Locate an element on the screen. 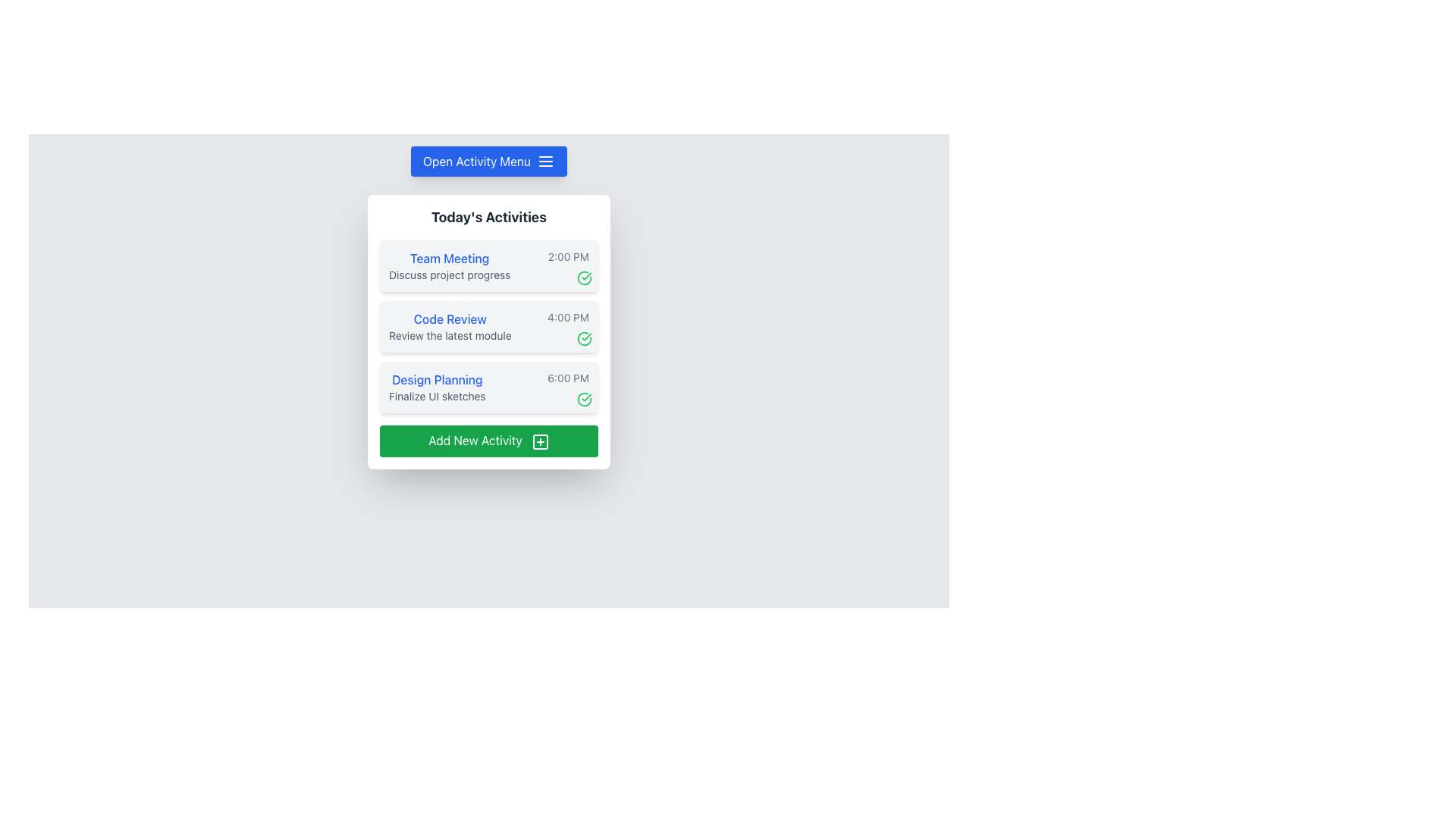 The image size is (1456, 819). the icon indicating the successful or completed status of the associated activity within the 'Code Review' activity card, located at the bottom-right corner is located at coordinates (584, 338).